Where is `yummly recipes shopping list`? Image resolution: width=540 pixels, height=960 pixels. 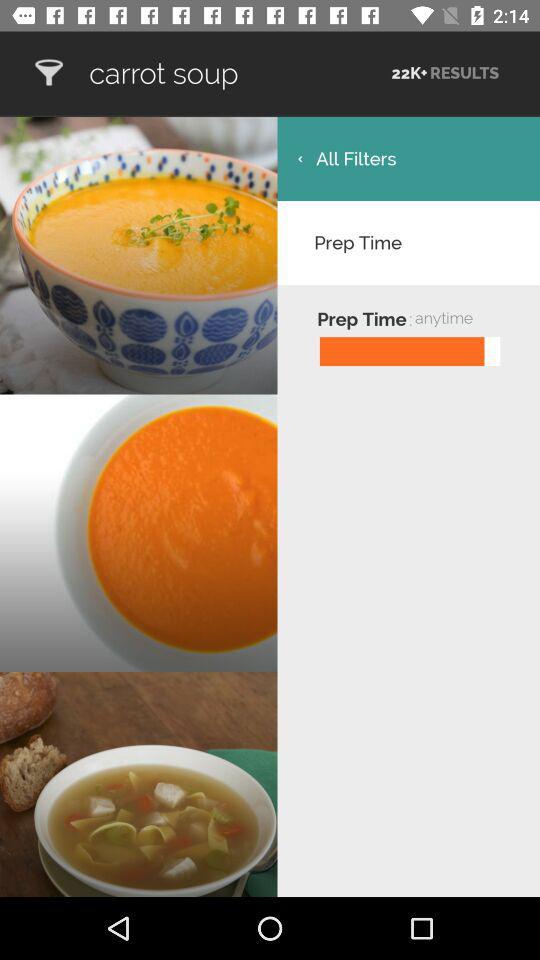 yummly recipes shopping list is located at coordinates (48, 73).